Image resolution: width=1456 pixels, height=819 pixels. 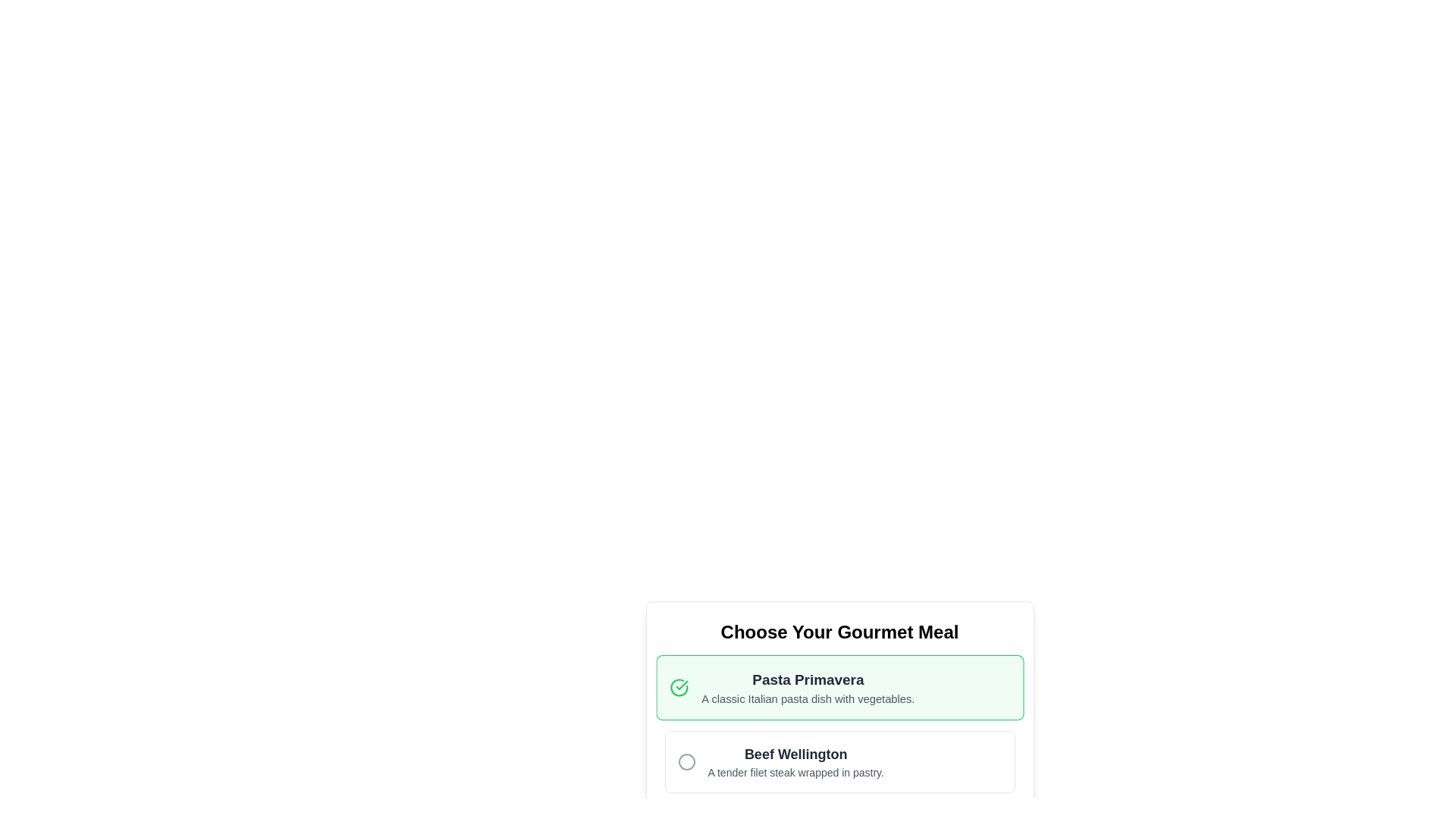 What do you see at coordinates (686, 762) in the screenshot?
I see `the circular gray icon positioned to the left of the 'Beef Wellington' text` at bounding box center [686, 762].